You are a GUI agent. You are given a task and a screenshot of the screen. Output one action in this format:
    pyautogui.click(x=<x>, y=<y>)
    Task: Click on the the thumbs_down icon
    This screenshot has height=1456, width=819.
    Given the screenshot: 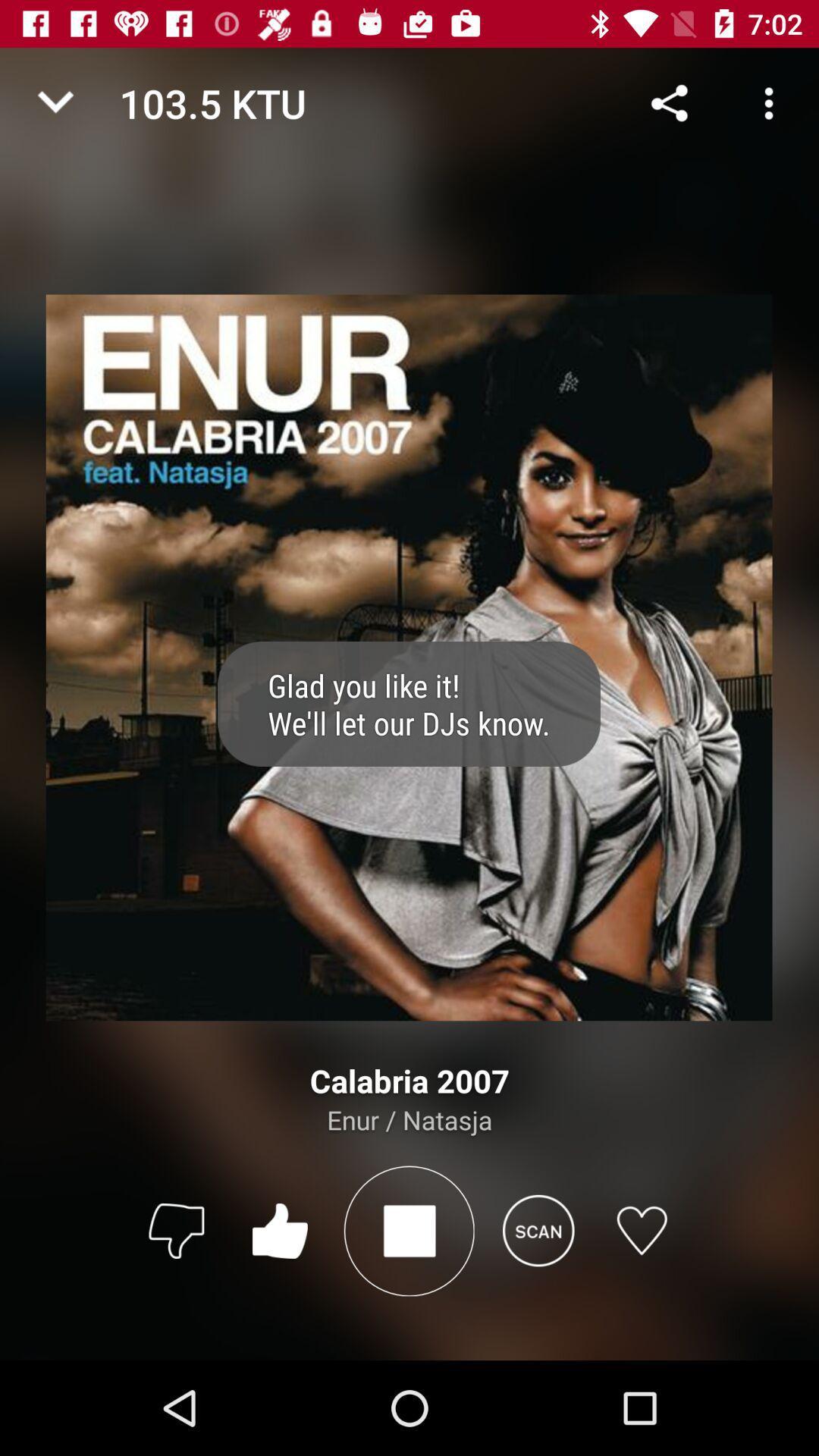 What is the action you would take?
    pyautogui.click(x=175, y=1230)
    